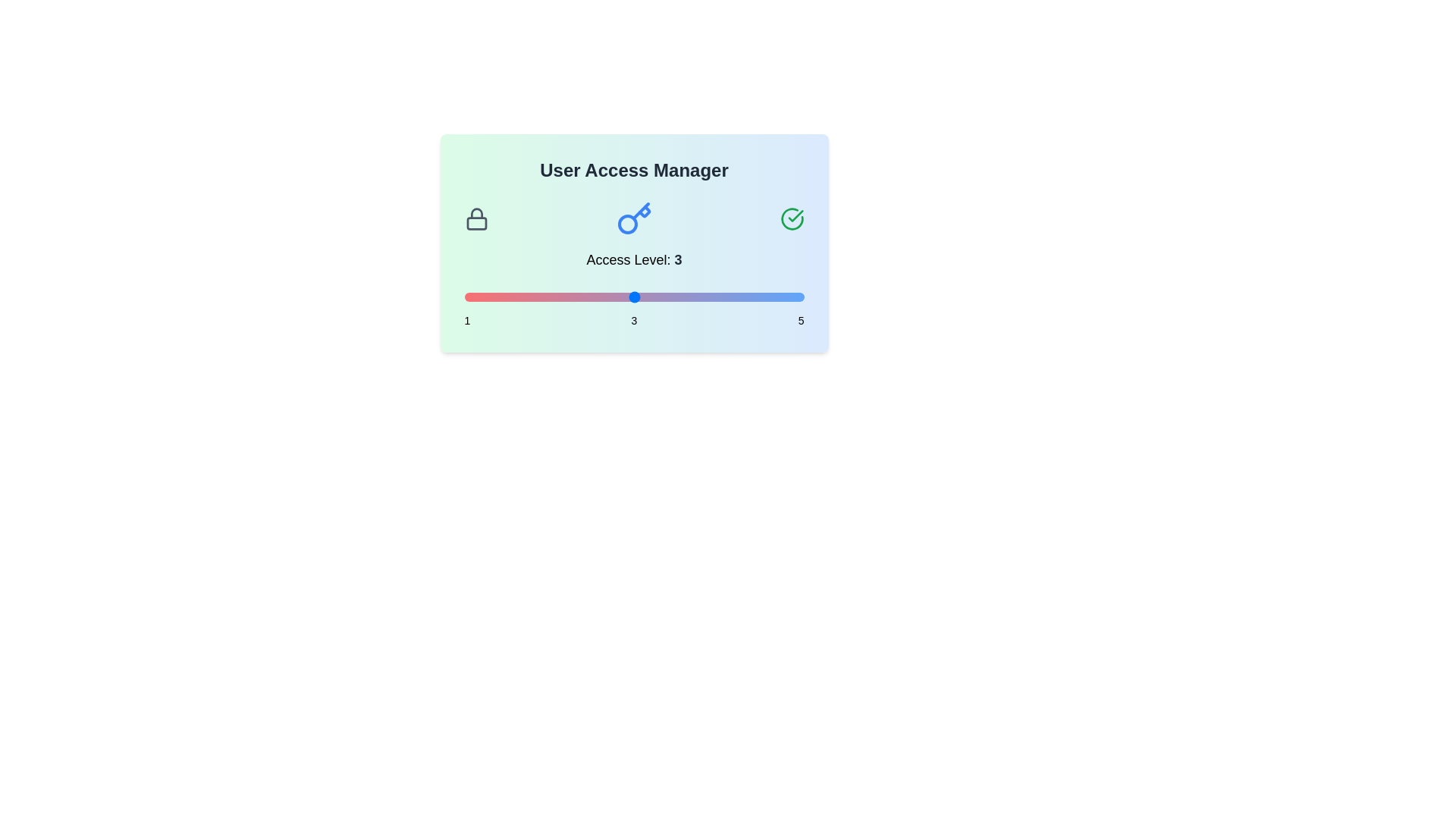 The height and width of the screenshot is (819, 1456). Describe the element at coordinates (791, 219) in the screenshot. I see `the check-circle icon` at that location.